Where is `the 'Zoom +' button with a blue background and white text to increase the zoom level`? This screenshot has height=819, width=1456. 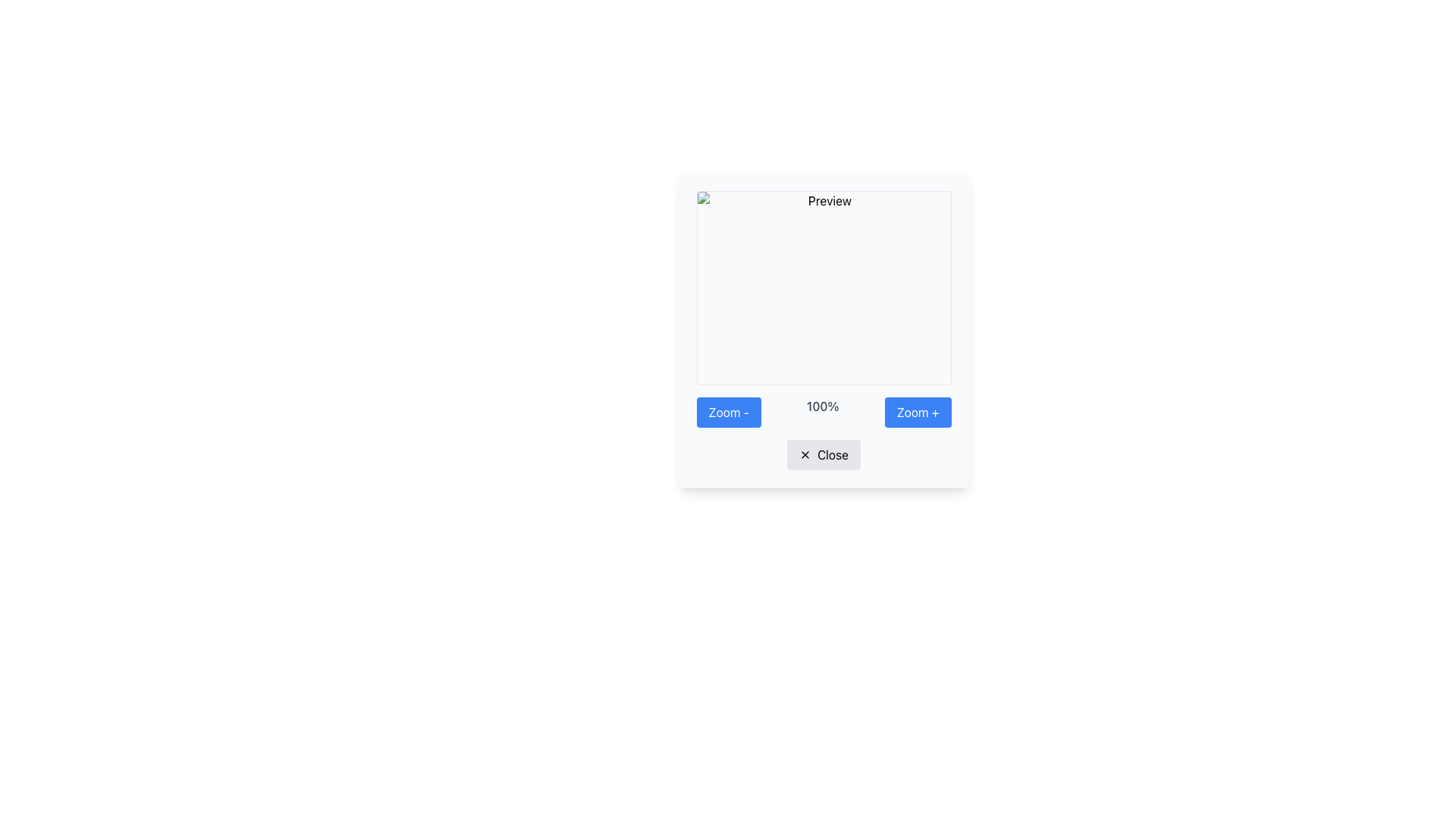
the 'Zoom +' button with a blue background and white text to increase the zoom level is located at coordinates (917, 412).